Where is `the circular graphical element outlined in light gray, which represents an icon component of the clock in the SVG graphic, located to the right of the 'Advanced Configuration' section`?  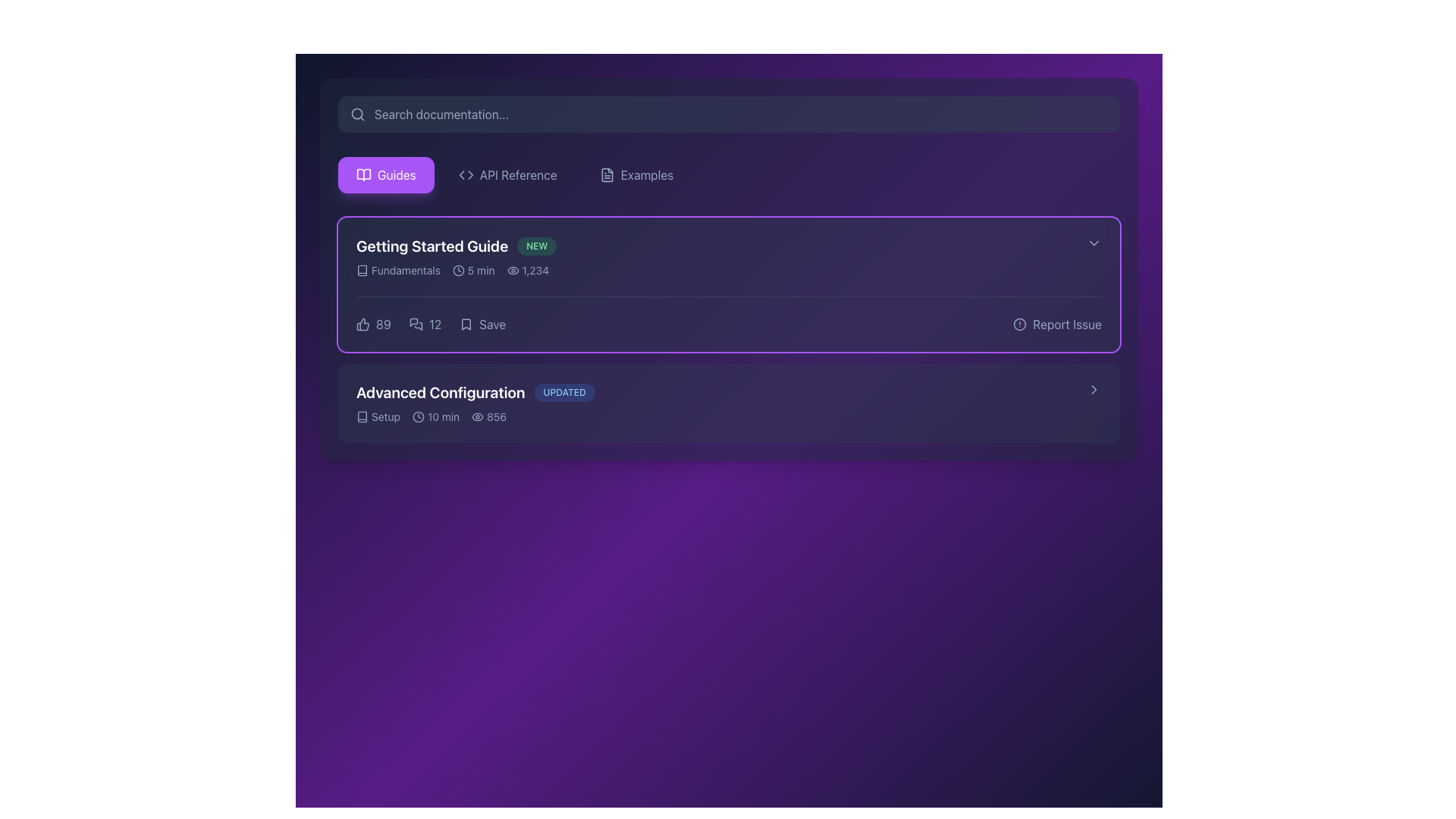
the circular graphical element outlined in light gray, which represents an icon component of the clock in the SVG graphic, located to the right of the 'Advanced Configuration' section is located at coordinates (419, 417).